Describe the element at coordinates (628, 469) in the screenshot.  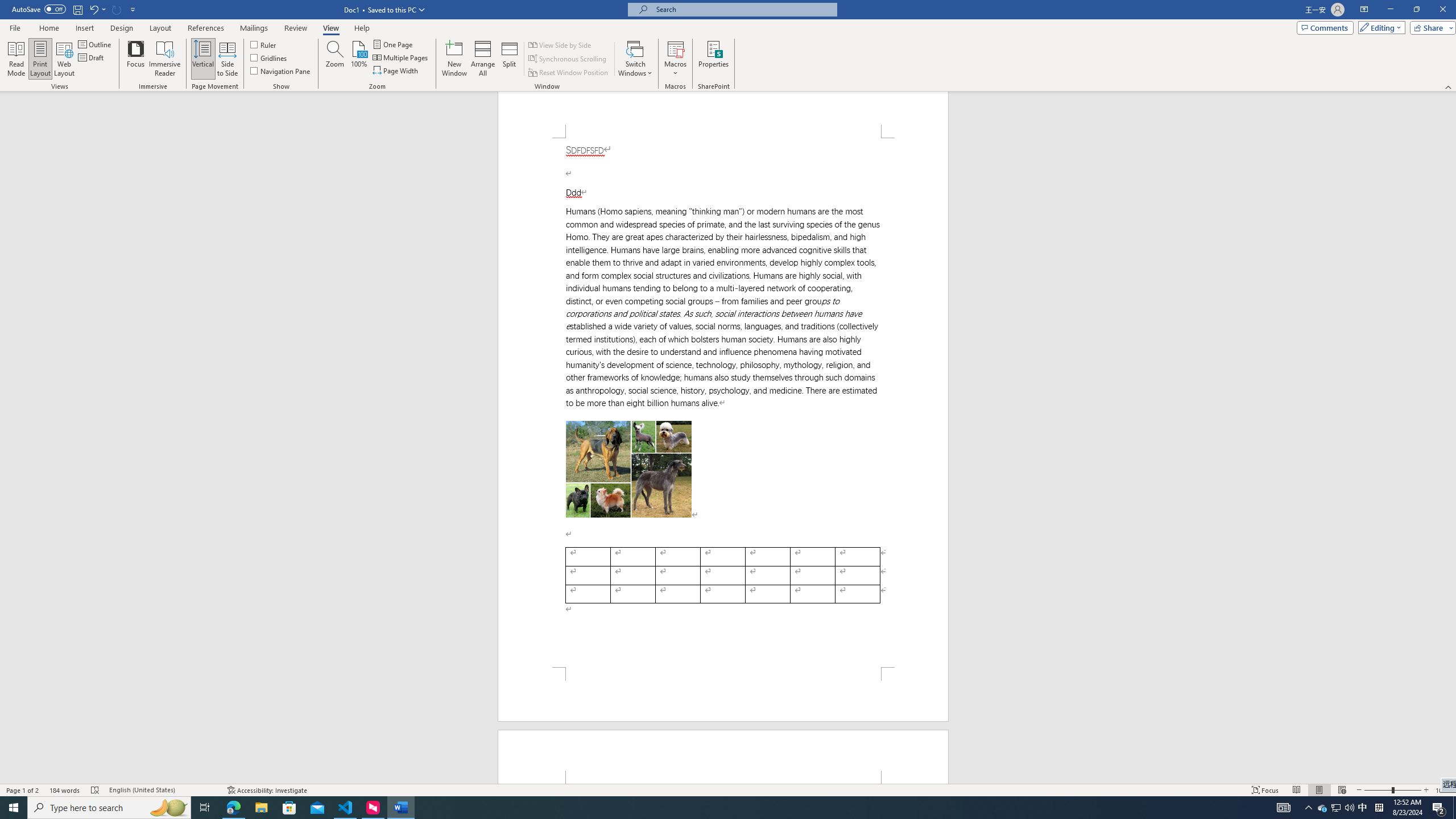
I see `'Morphological variation in six dogs'` at that location.